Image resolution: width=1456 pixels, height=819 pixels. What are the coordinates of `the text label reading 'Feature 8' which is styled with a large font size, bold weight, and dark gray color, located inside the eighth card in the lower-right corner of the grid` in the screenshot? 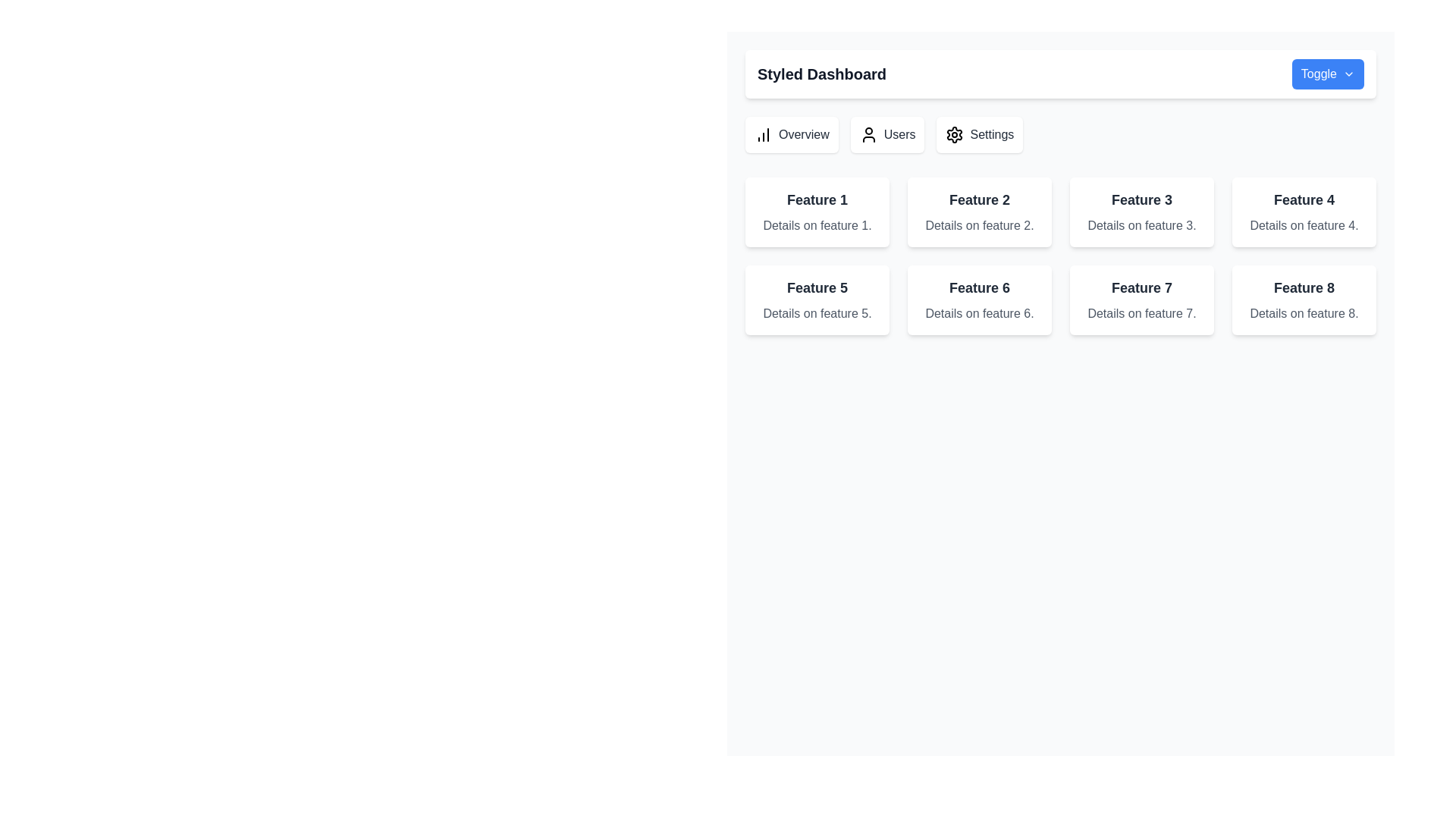 It's located at (1303, 288).